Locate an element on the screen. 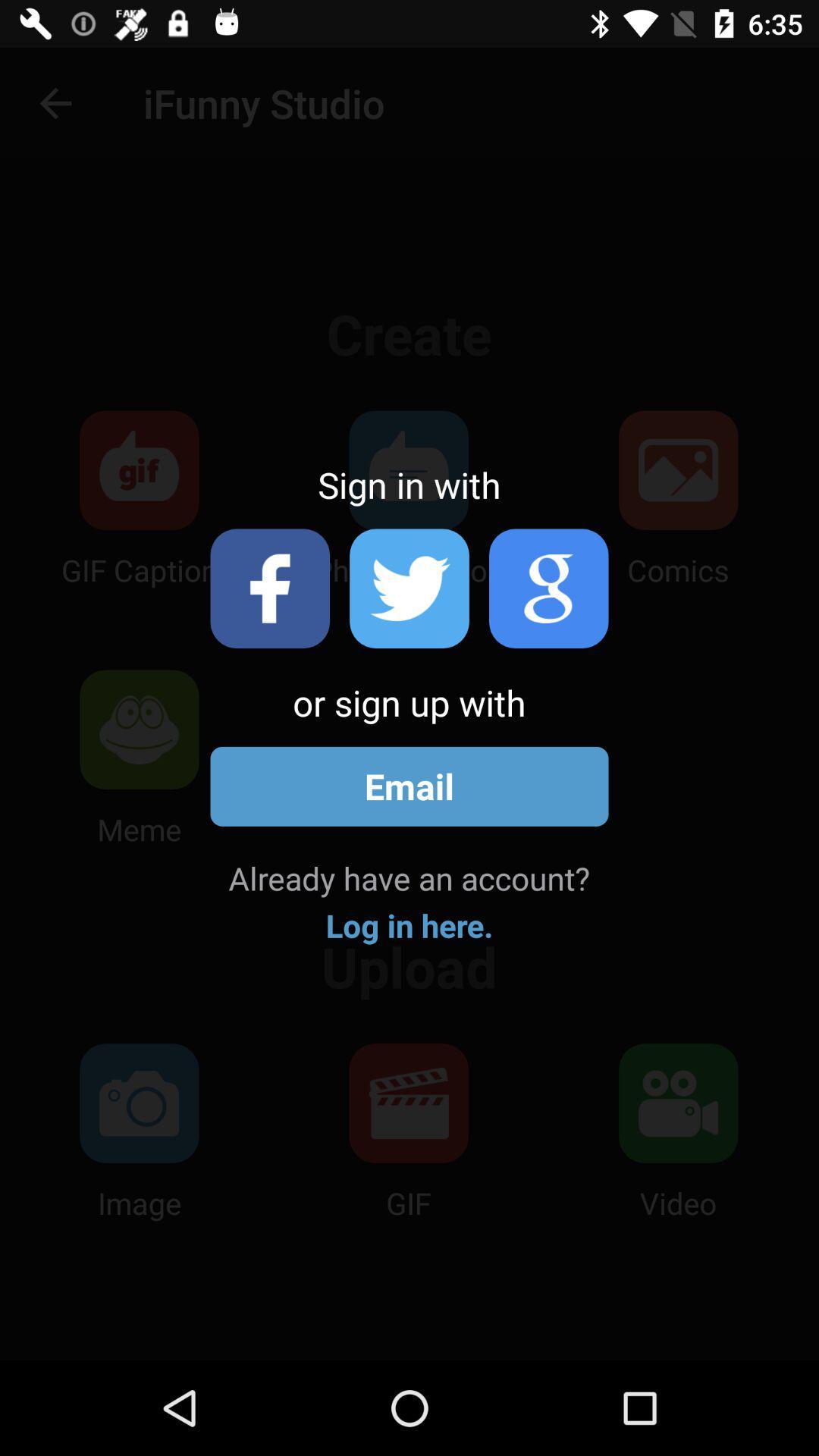 The image size is (819, 1456). sign in with google profile is located at coordinates (548, 588).